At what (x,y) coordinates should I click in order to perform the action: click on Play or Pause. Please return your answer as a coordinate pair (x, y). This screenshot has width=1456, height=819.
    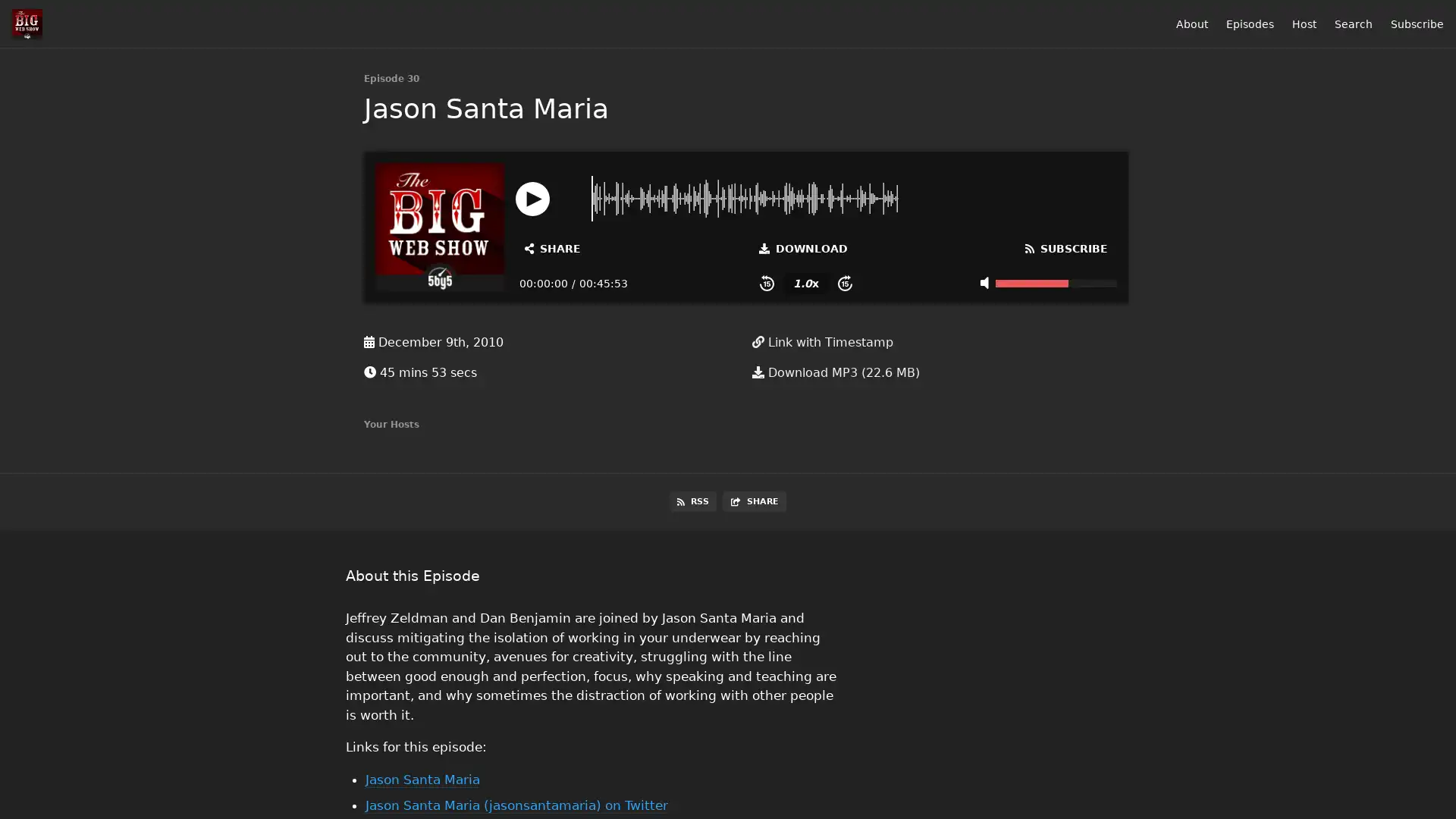
    Looking at the image, I should click on (532, 197).